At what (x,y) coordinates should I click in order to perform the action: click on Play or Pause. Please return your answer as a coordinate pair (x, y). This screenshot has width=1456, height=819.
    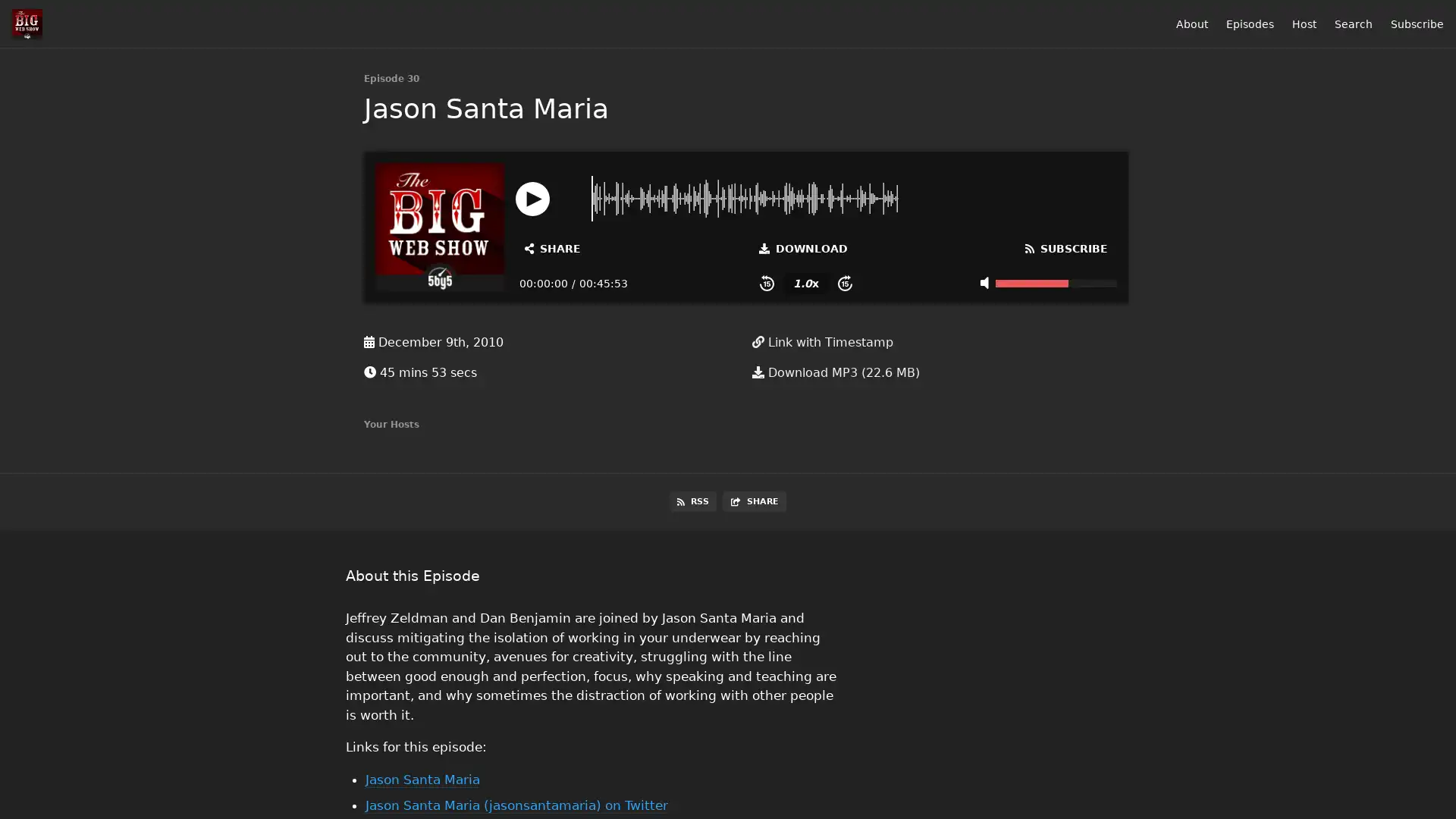
    Looking at the image, I should click on (532, 197).